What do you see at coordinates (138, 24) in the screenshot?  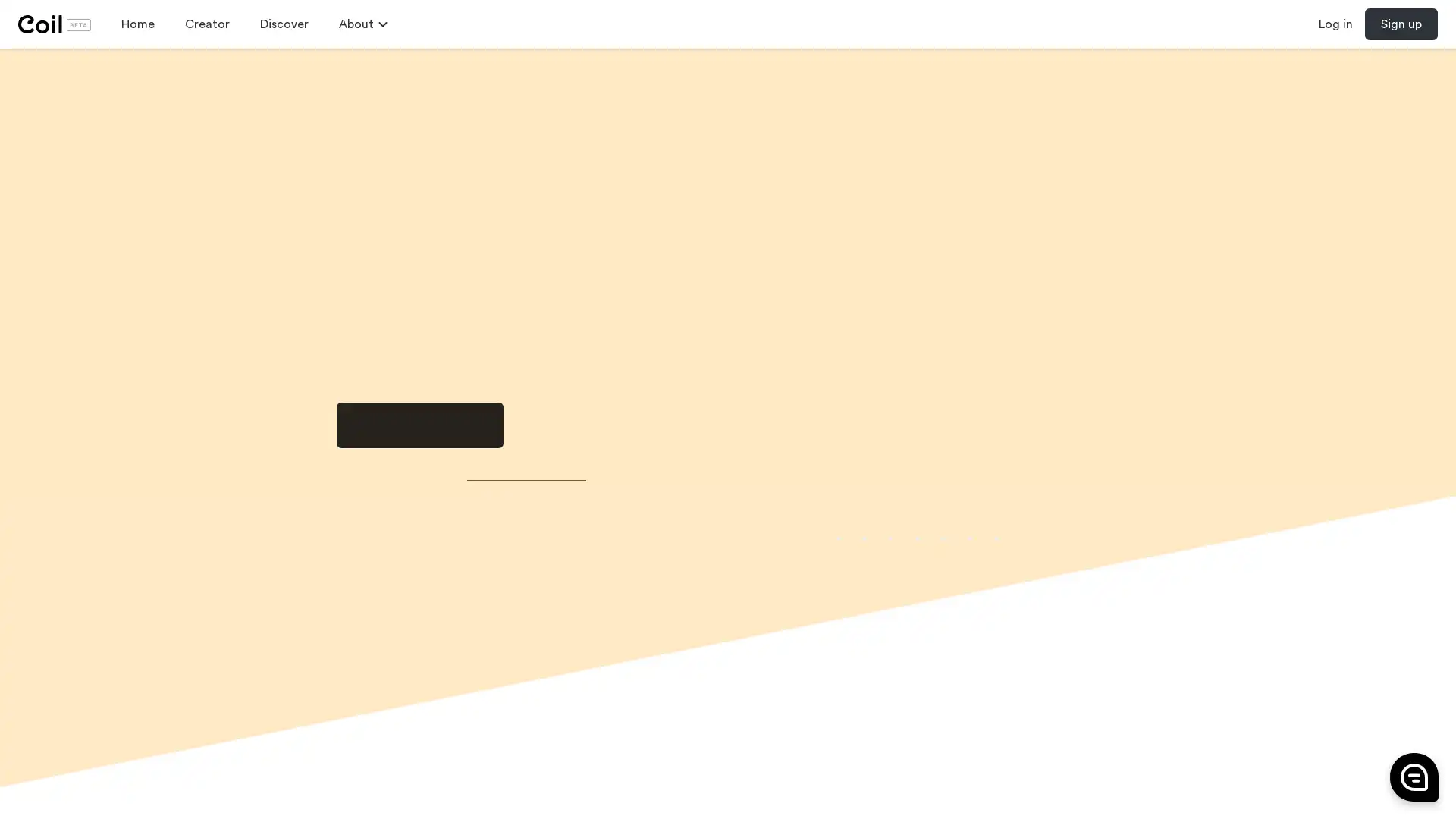 I see `Home` at bounding box center [138, 24].